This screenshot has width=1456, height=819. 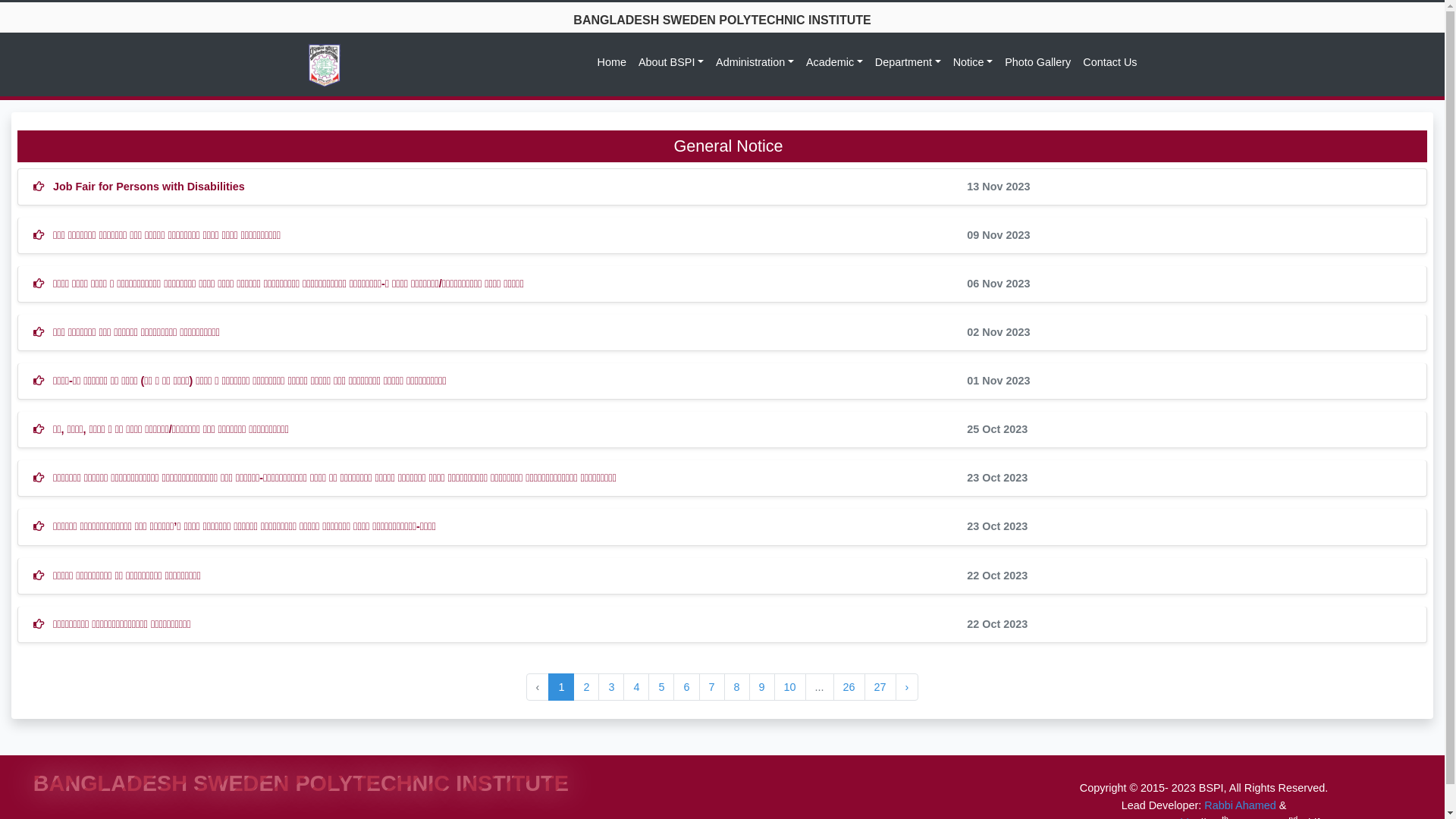 What do you see at coordinates (833, 61) in the screenshot?
I see `'Academic'` at bounding box center [833, 61].